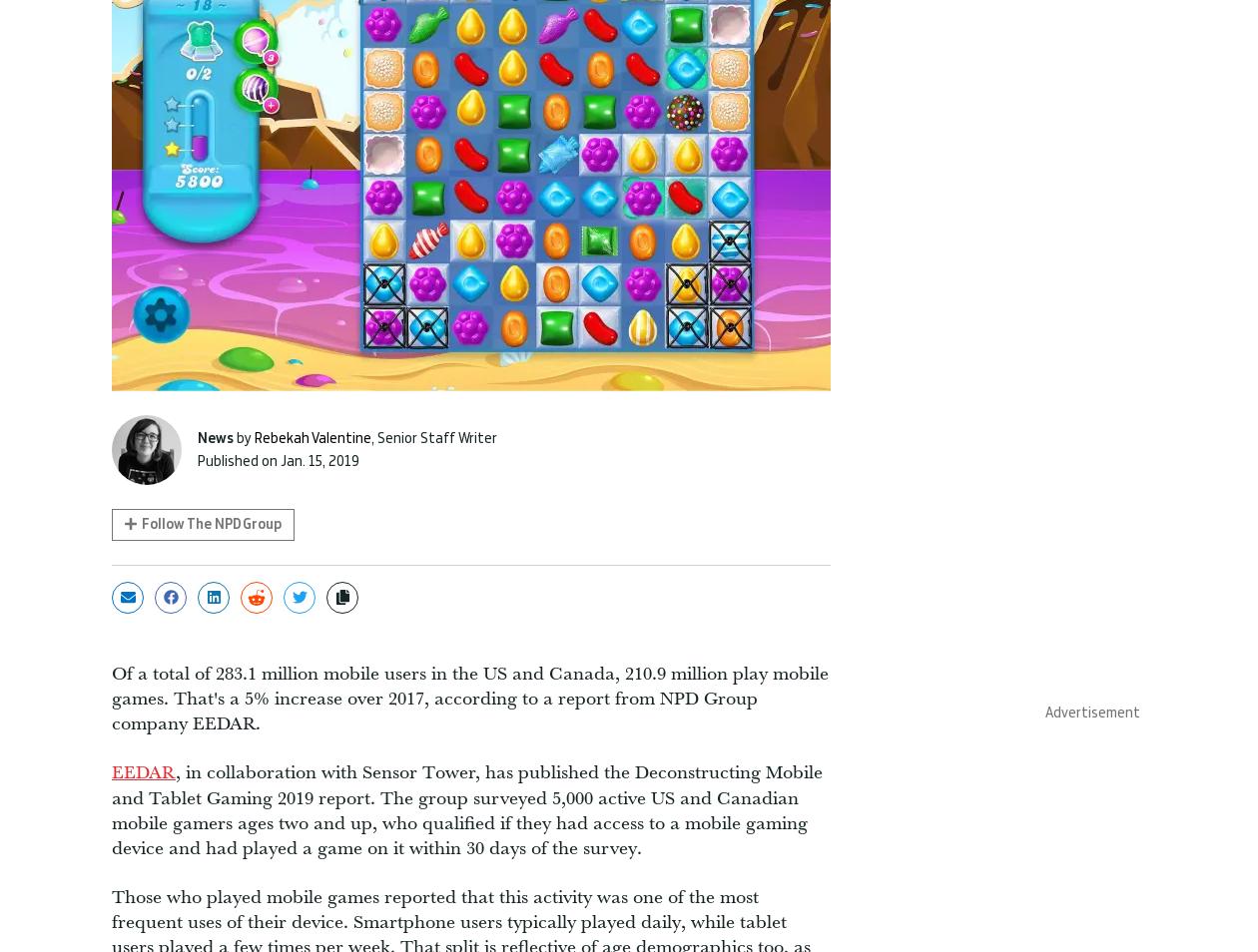  Describe the element at coordinates (778, 111) in the screenshot. I see `'Black Myth: Wukong dev accused of sexist recruitment and social media posts'` at that location.